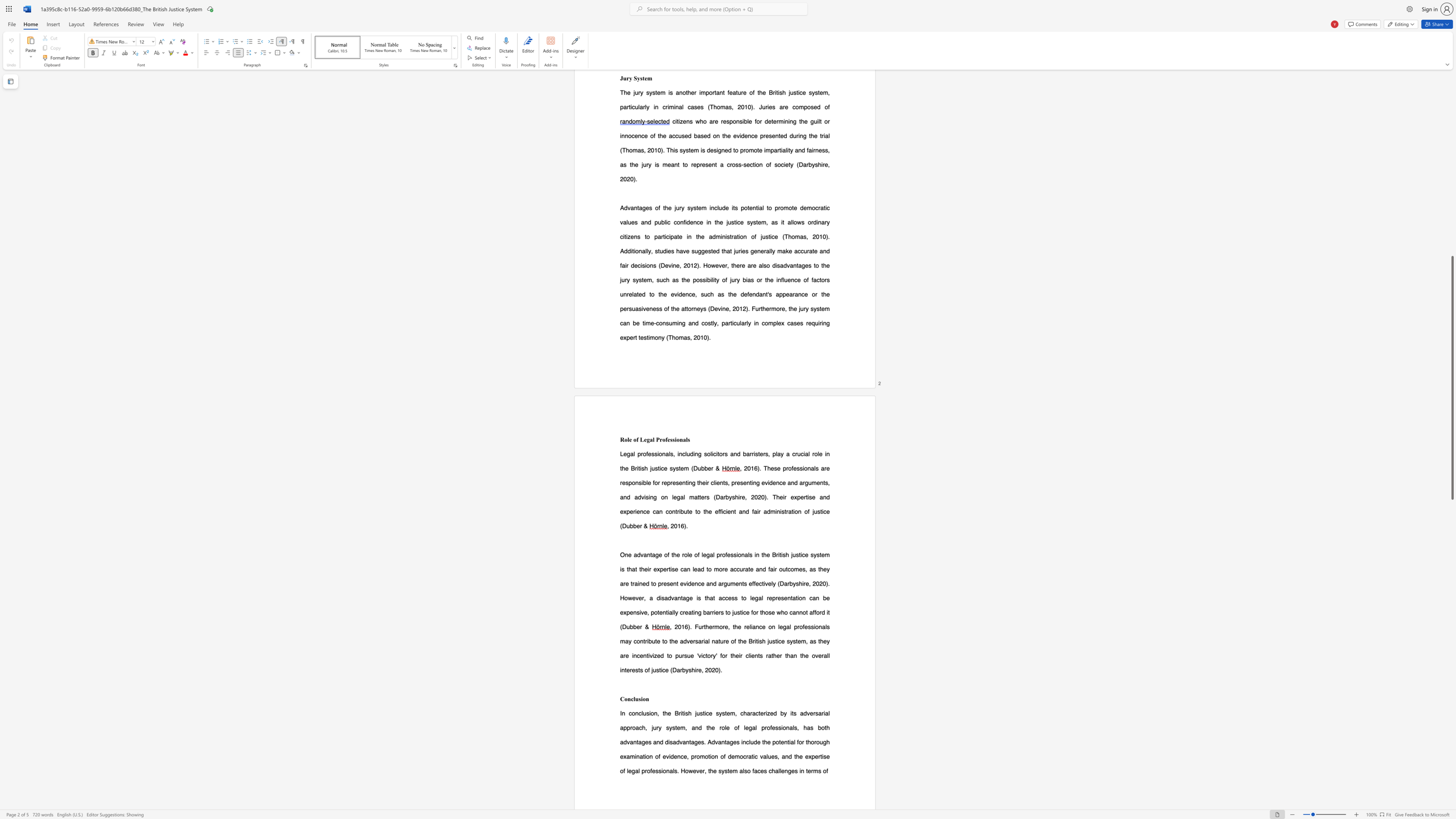 This screenshot has width=1456, height=819. What do you see at coordinates (640, 569) in the screenshot?
I see `the 9th character "t" in the text` at bounding box center [640, 569].